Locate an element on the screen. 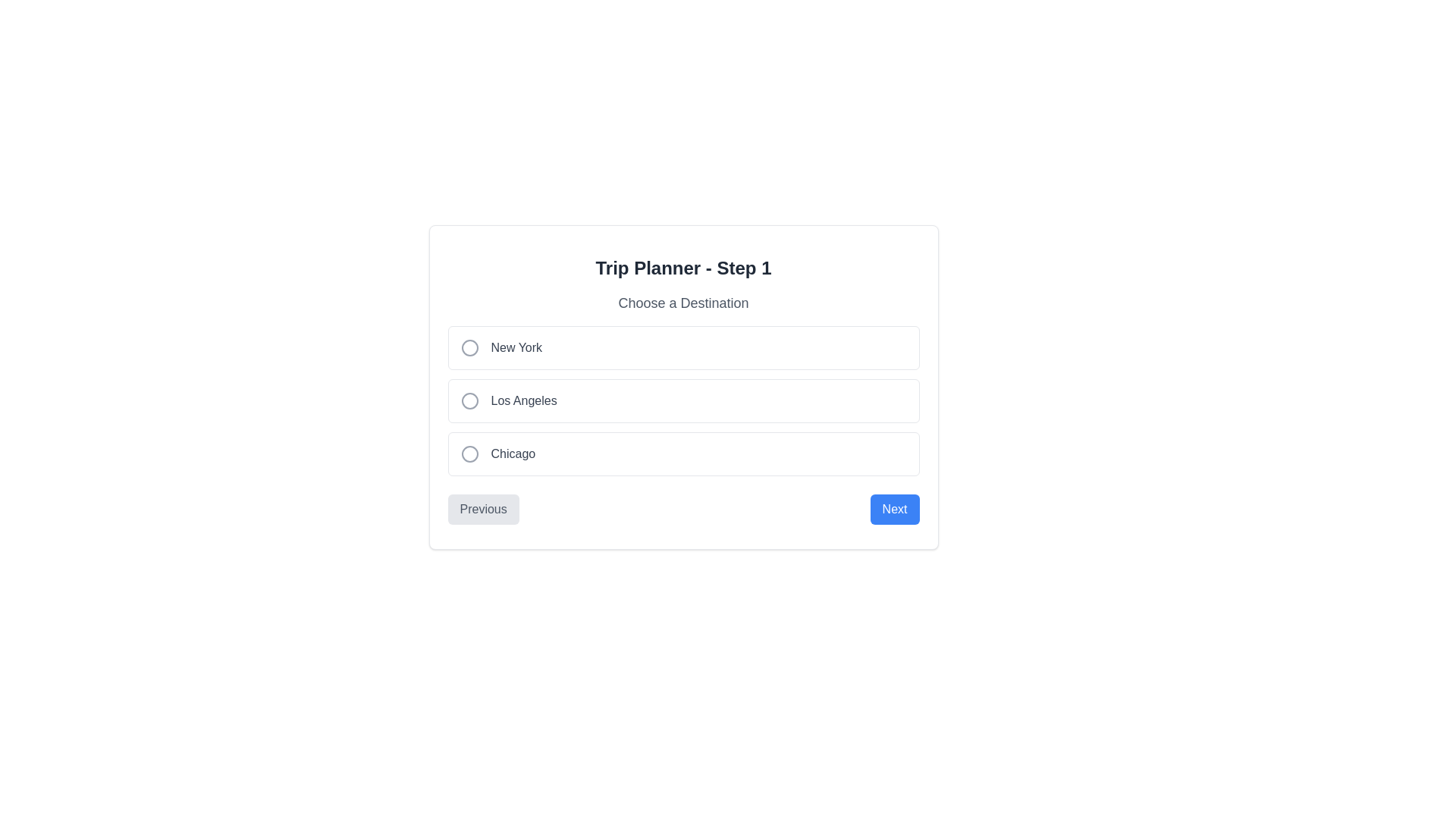 This screenshot has width=1456, height=819. the circular radio button indicator (SVG icon) located to the right of the text 'Los Angeles', which is part of the second option in a vertically stacked list of options is located at coordinates (469, 400).